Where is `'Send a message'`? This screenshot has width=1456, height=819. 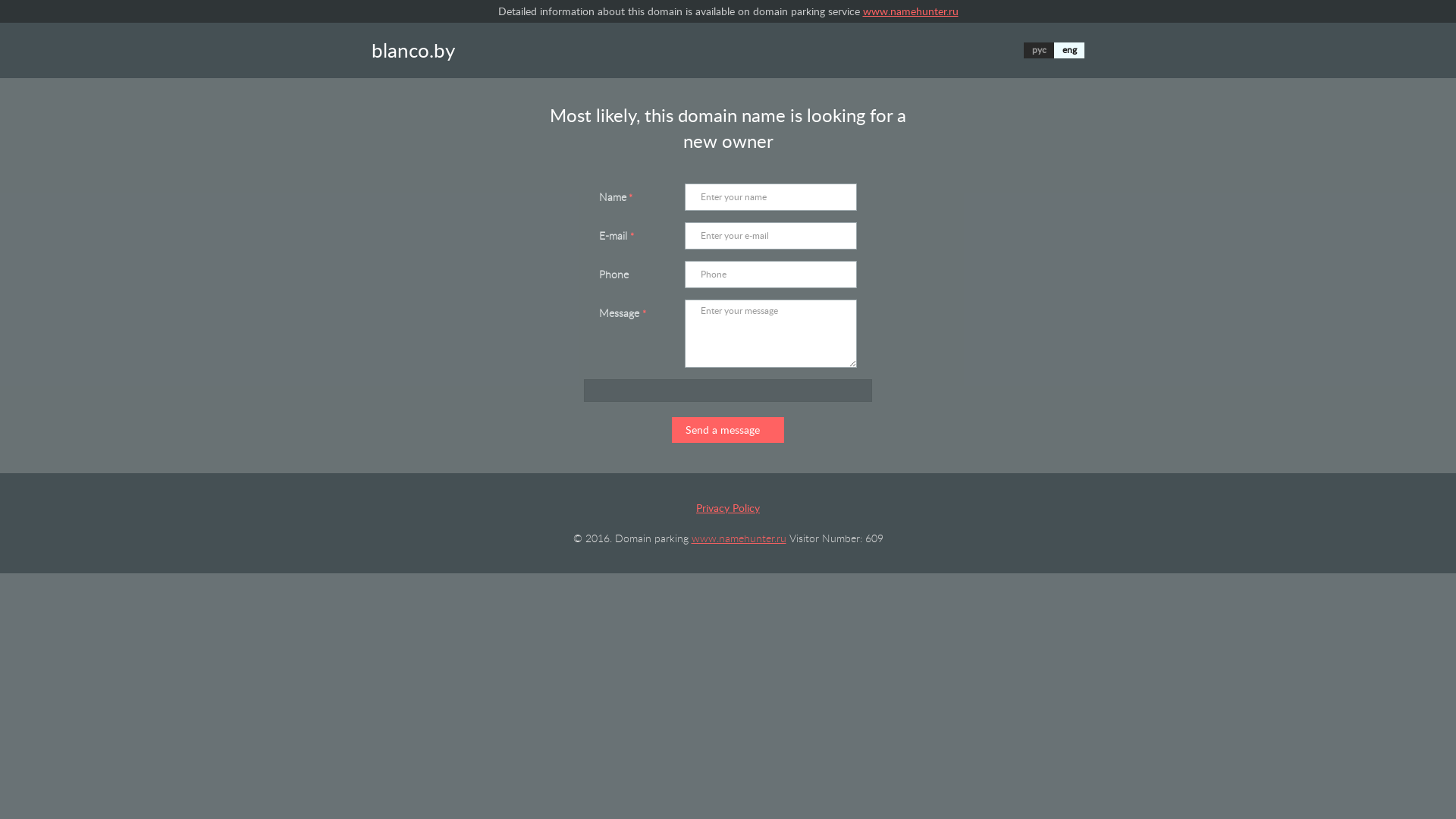 'Send a message' is located at coordinates (728, 430).